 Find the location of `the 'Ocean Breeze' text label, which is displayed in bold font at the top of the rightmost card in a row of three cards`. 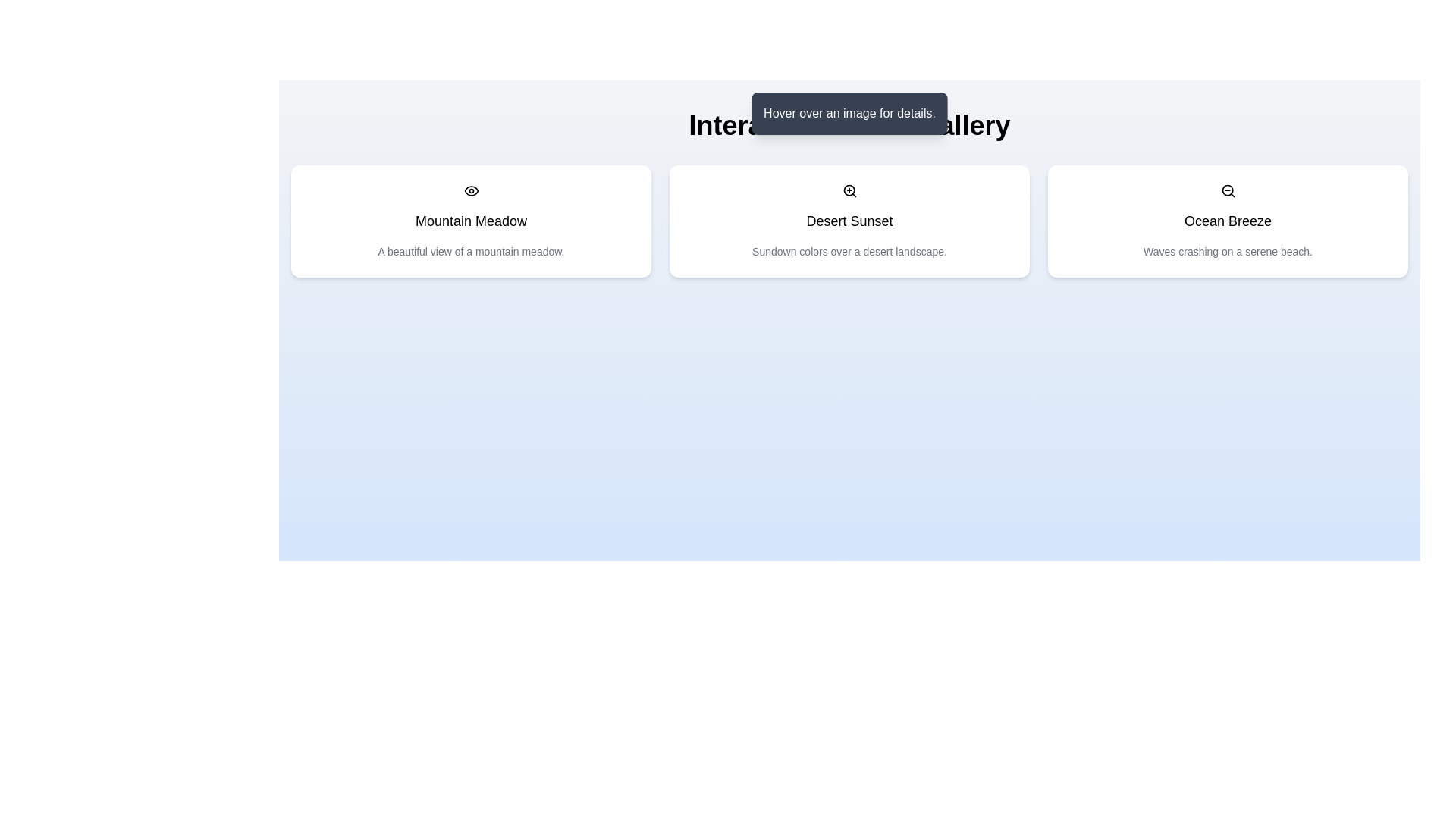

the 'Ocean Breeze' text label, which is displayed in bold font at the top of the rightmost card in a row of three cards is located at coordinates (1228, 221).